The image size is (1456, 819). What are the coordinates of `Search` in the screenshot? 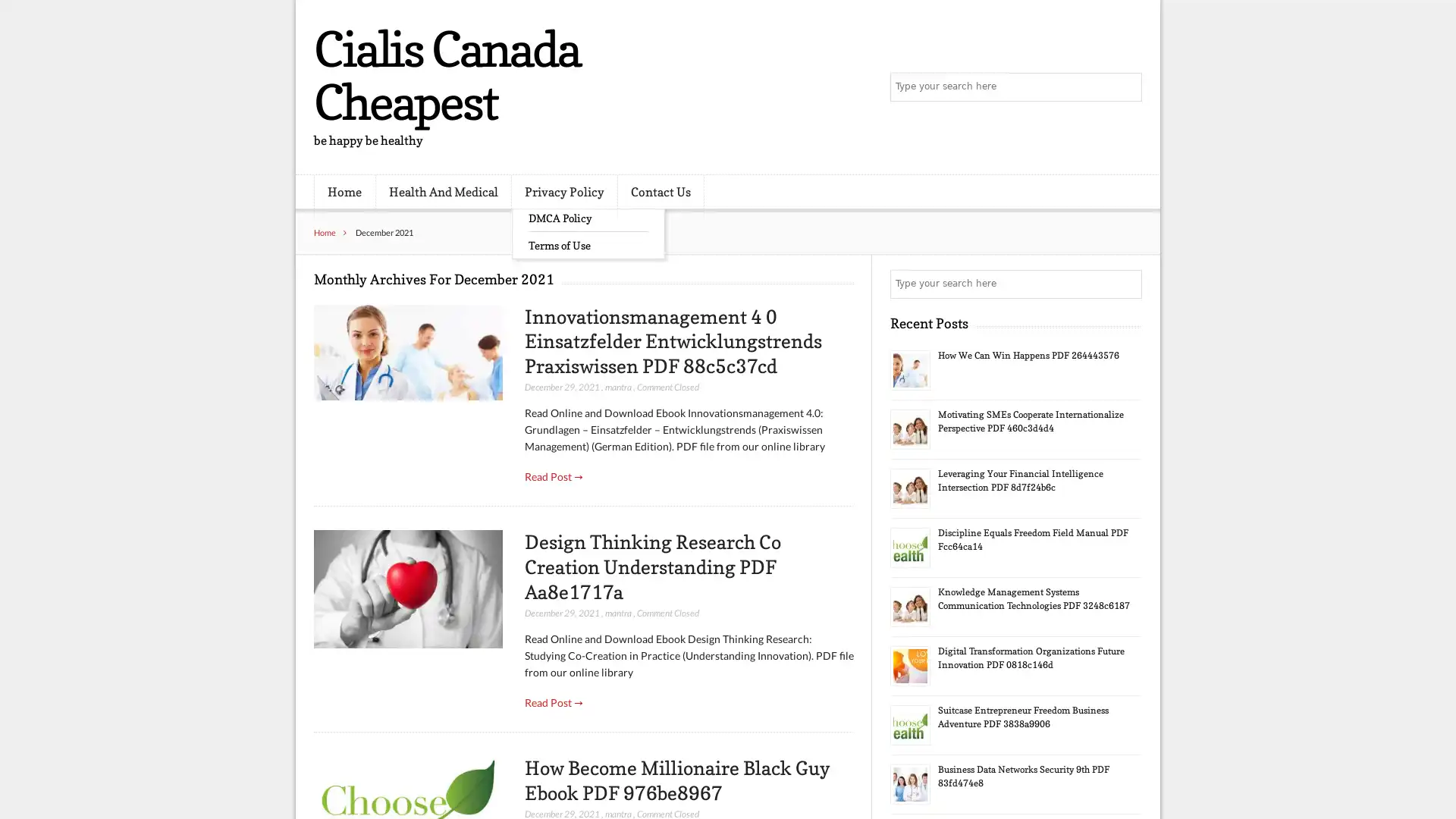 It's located at (1126, 87).